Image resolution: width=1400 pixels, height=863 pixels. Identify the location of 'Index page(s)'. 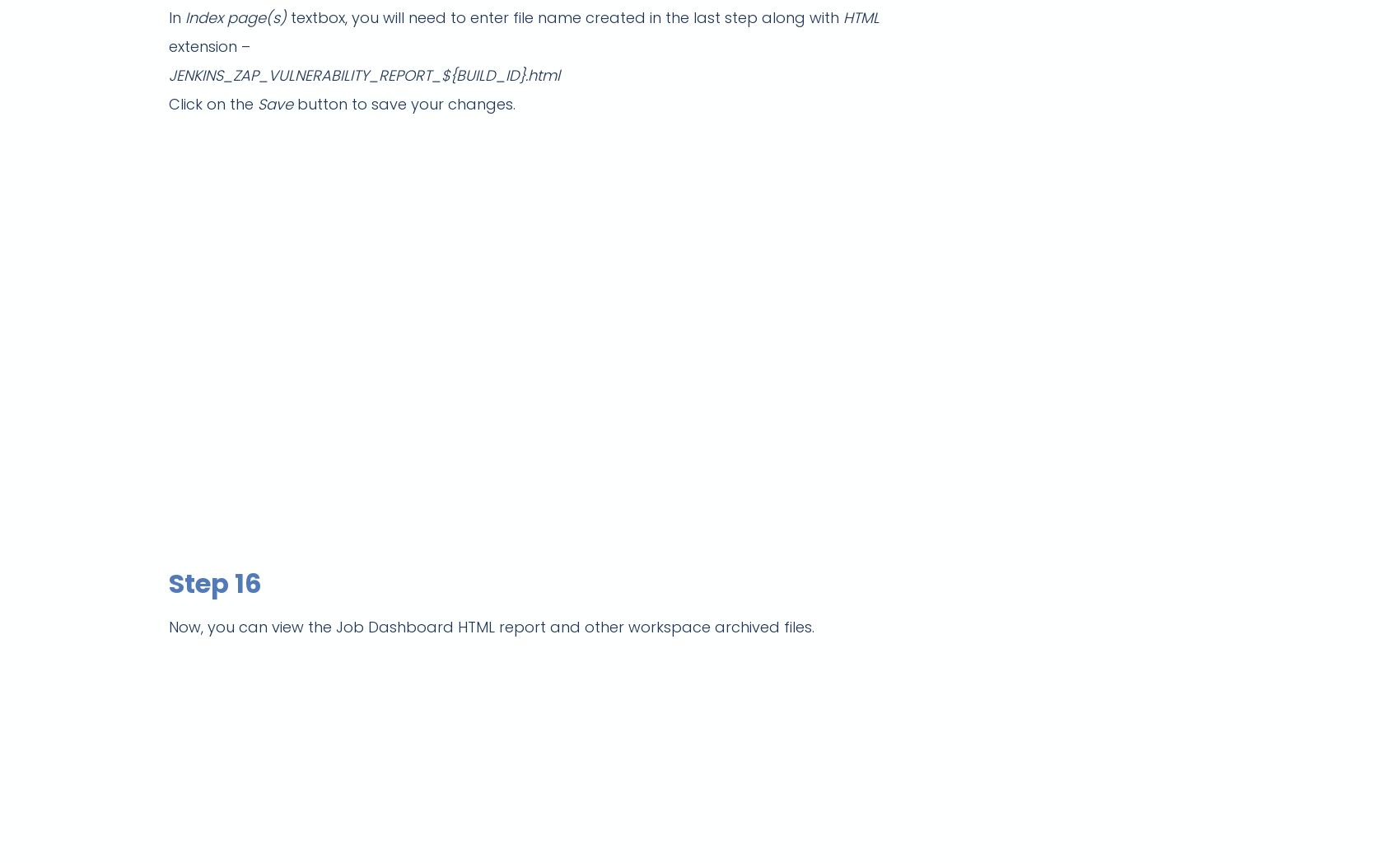
(236, 16).